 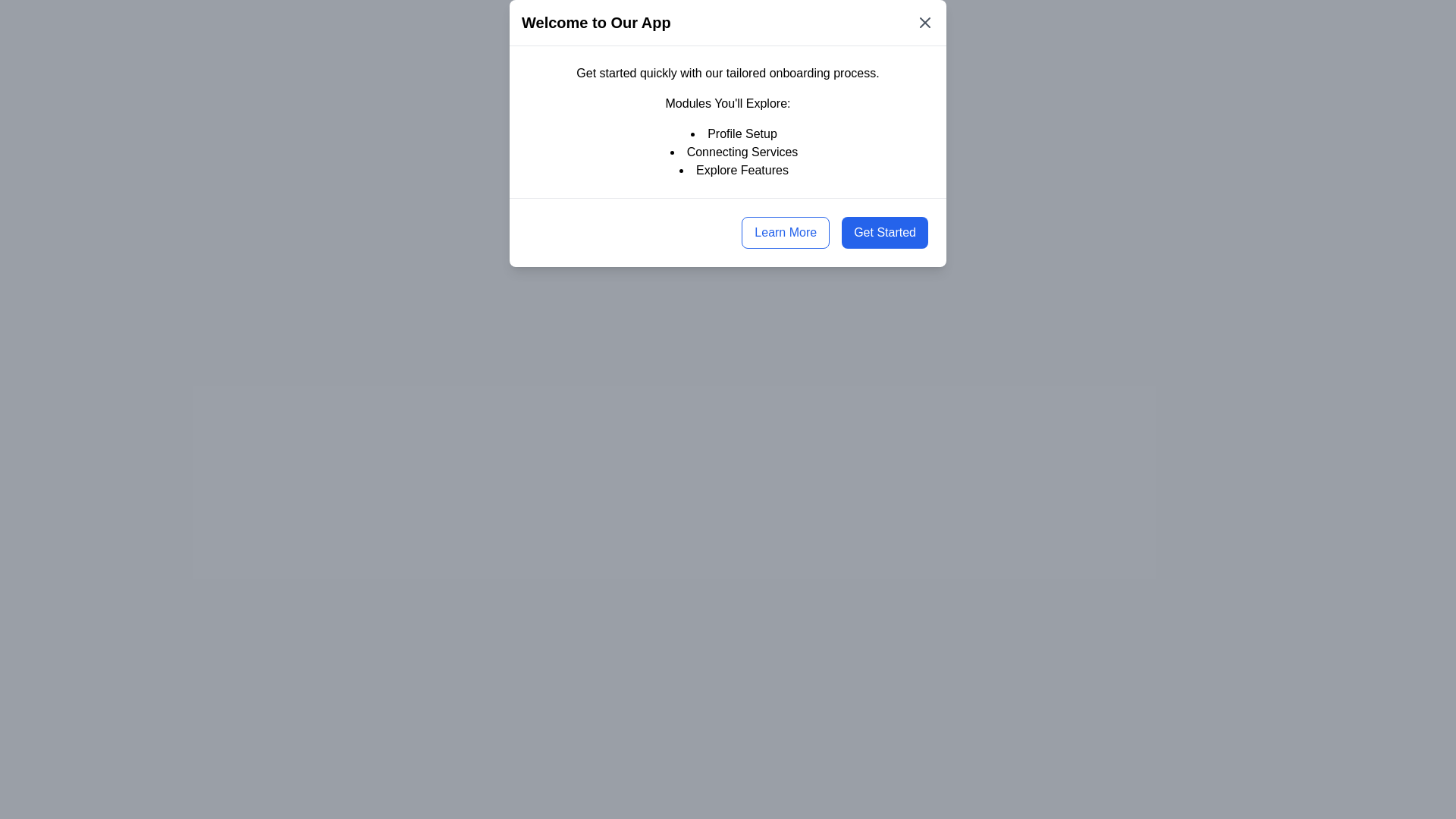 I want to click on the 'Get Started' button located in the bottom right corner of the dialog box, so click(x=885, y=233).